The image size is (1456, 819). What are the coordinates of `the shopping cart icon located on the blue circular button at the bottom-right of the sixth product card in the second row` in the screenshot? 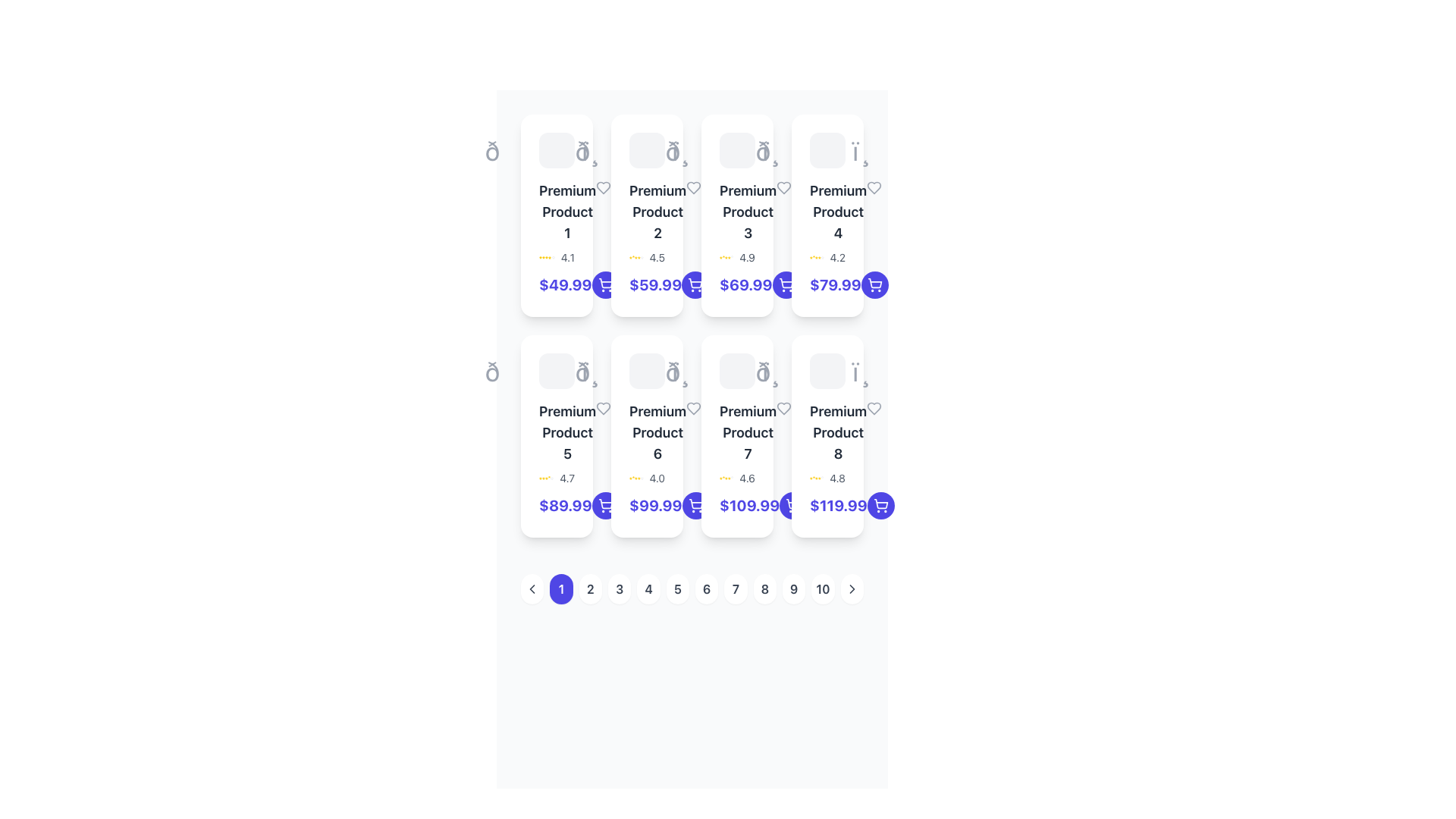 It's located at (695, 506).